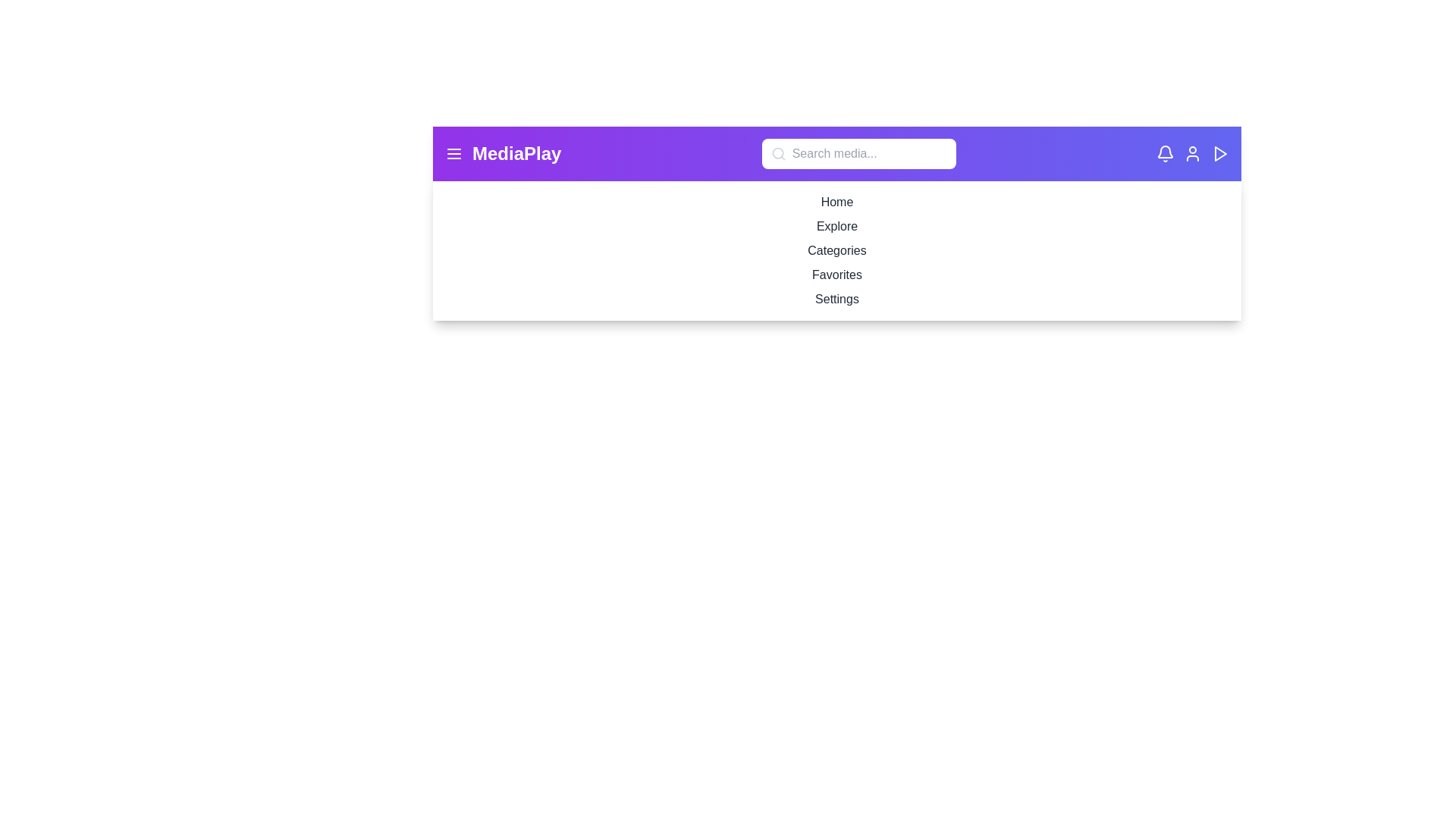 The width and height of the screenshot is (1456, 819). Describe the element at coordinates (1220, 154) in the screenshot. I see `the play button SVG element located at the far right end of the navigation bar` at that location.